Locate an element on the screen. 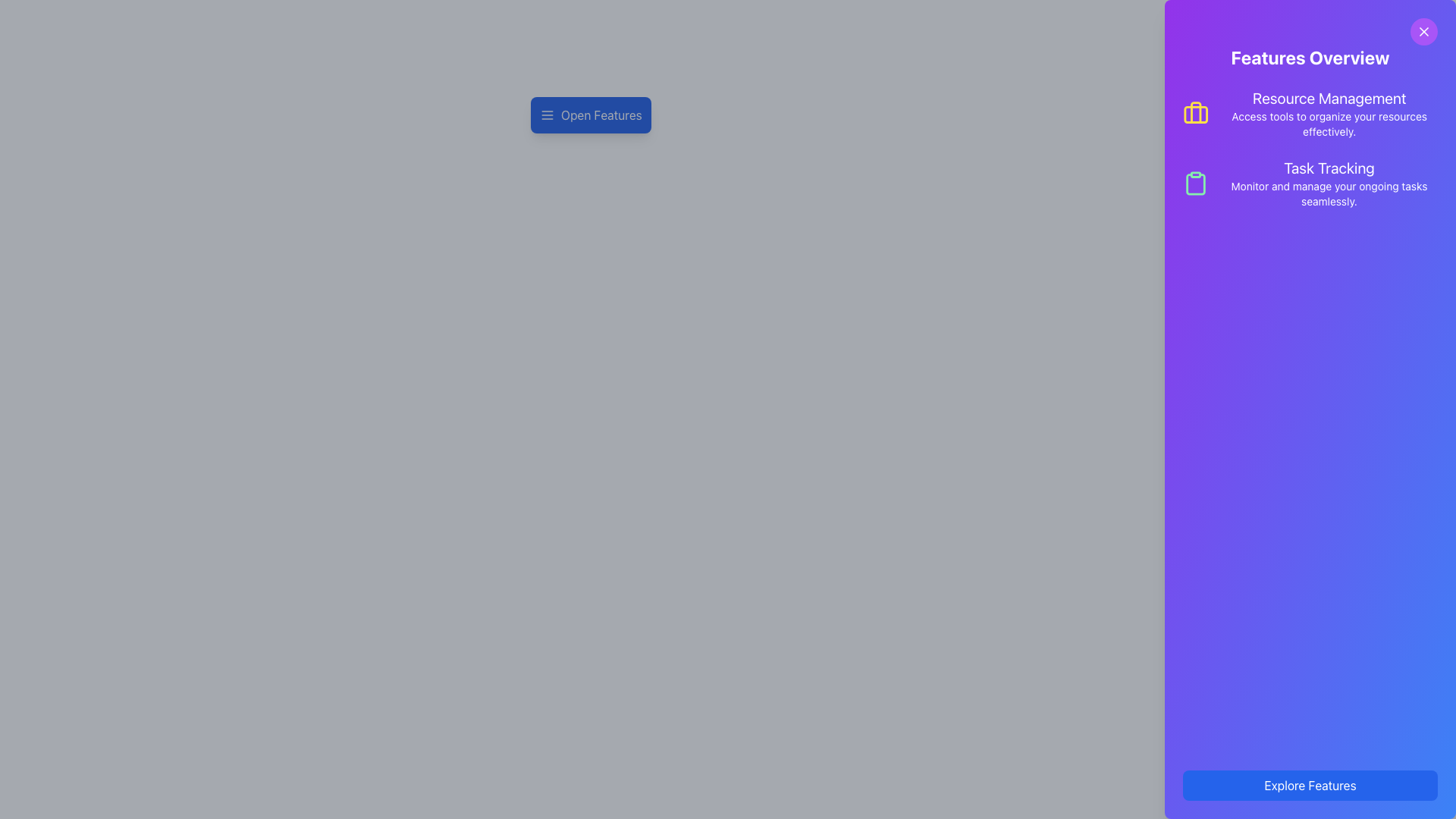  the Informative UI block titled 'Resource Management' which includes a subtitle and a yellow briefcase icon, located at the top of the 'Features Overview' section is located at coordinates (1310, 113).